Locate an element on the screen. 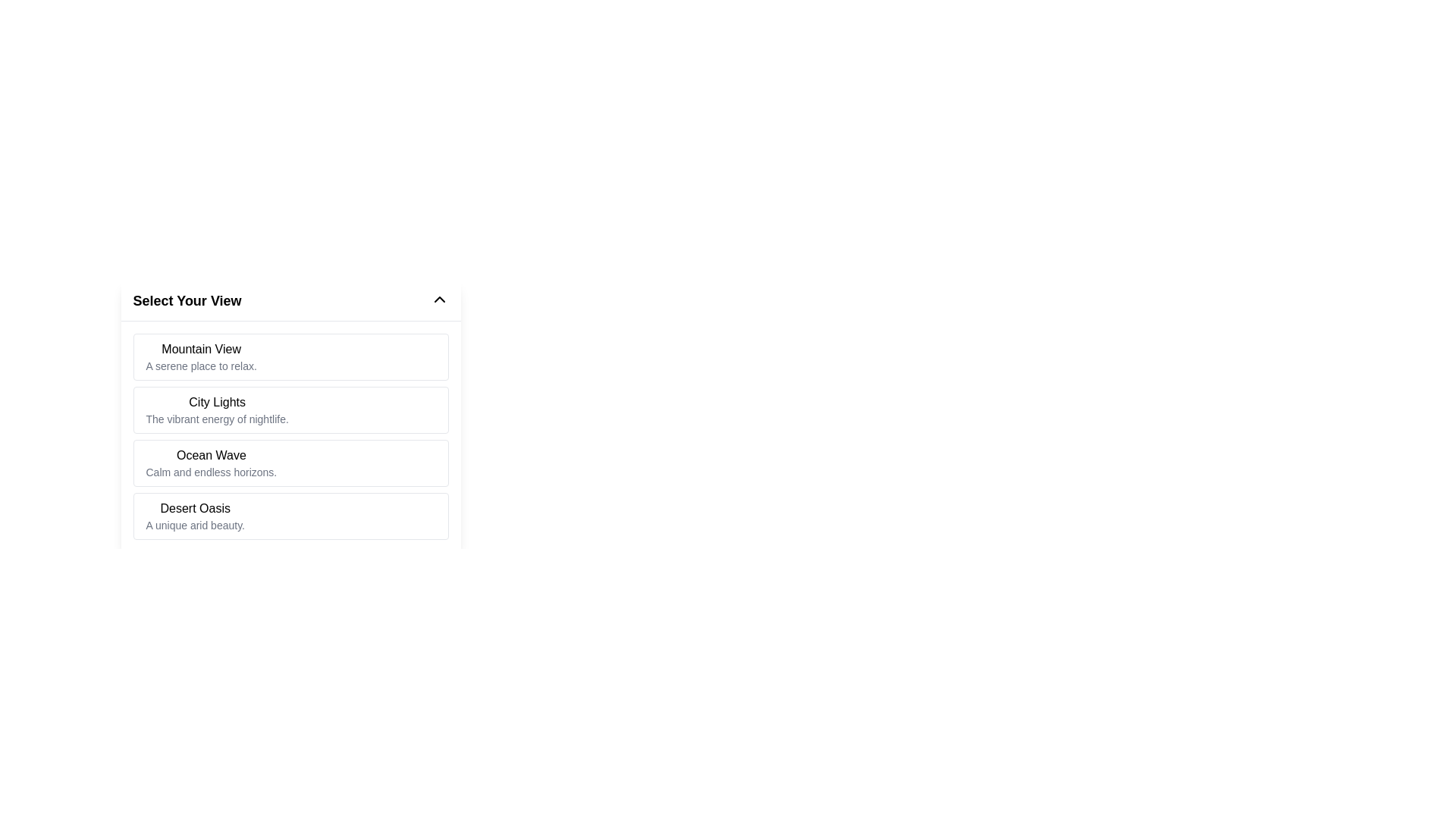  text label for the fourth selectable option titled 'Desert Oasis' located under 'Select Your View' is located at coordinates (194, 509).